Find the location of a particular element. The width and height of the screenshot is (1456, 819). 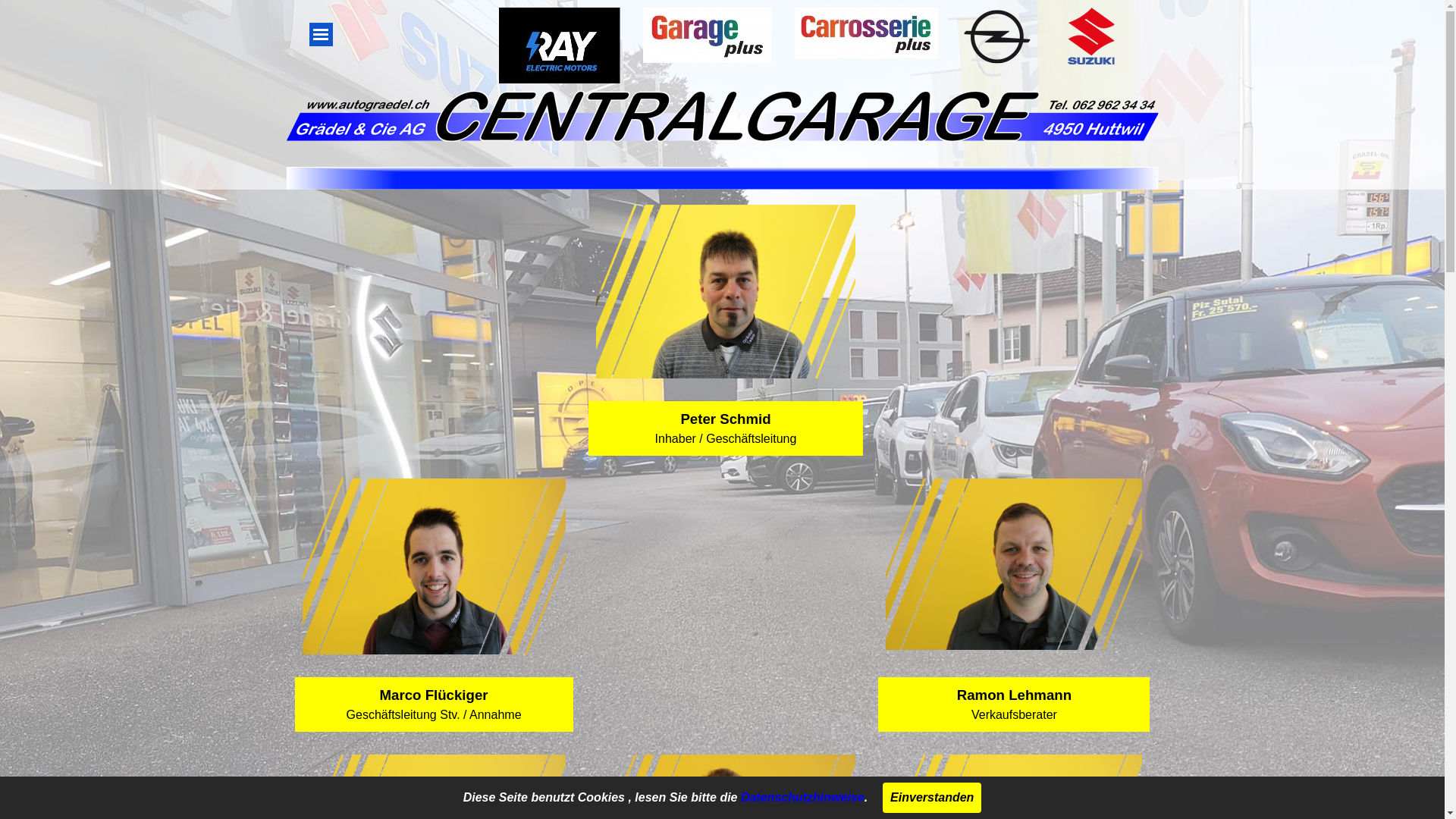

'Carrosserie Plus' is located at coordinates (793, 33).